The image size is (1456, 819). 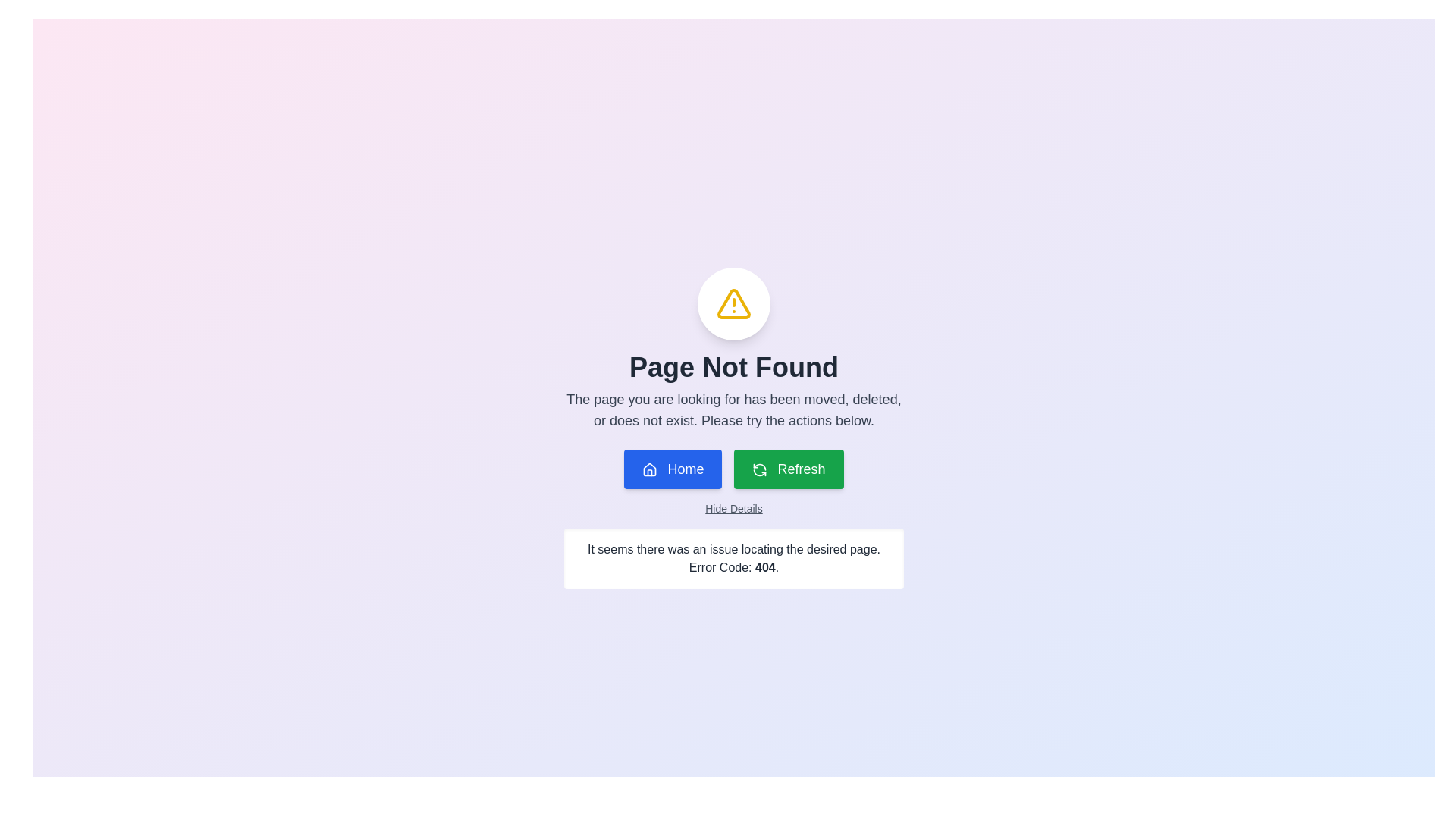 What do you see at coordinates (789, 468) in the screenshot?
I see `the 'Refresh' button, which is a rectangular button with rounded corners, a green background, and white text` at bounding box center [789, 468].